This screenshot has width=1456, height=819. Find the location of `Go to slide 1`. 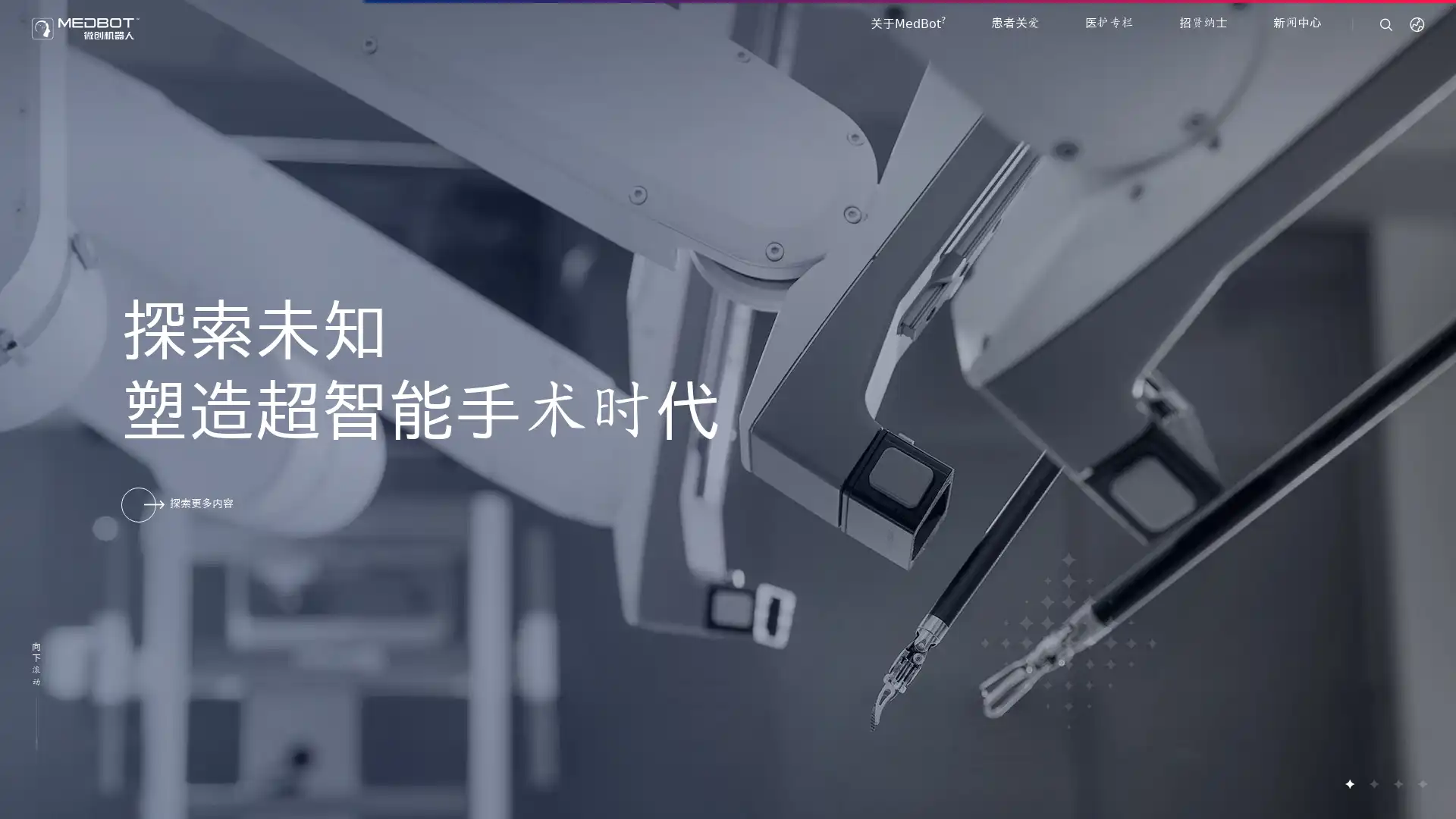

Go to slide 1 is located at coordinates (1349, 783).